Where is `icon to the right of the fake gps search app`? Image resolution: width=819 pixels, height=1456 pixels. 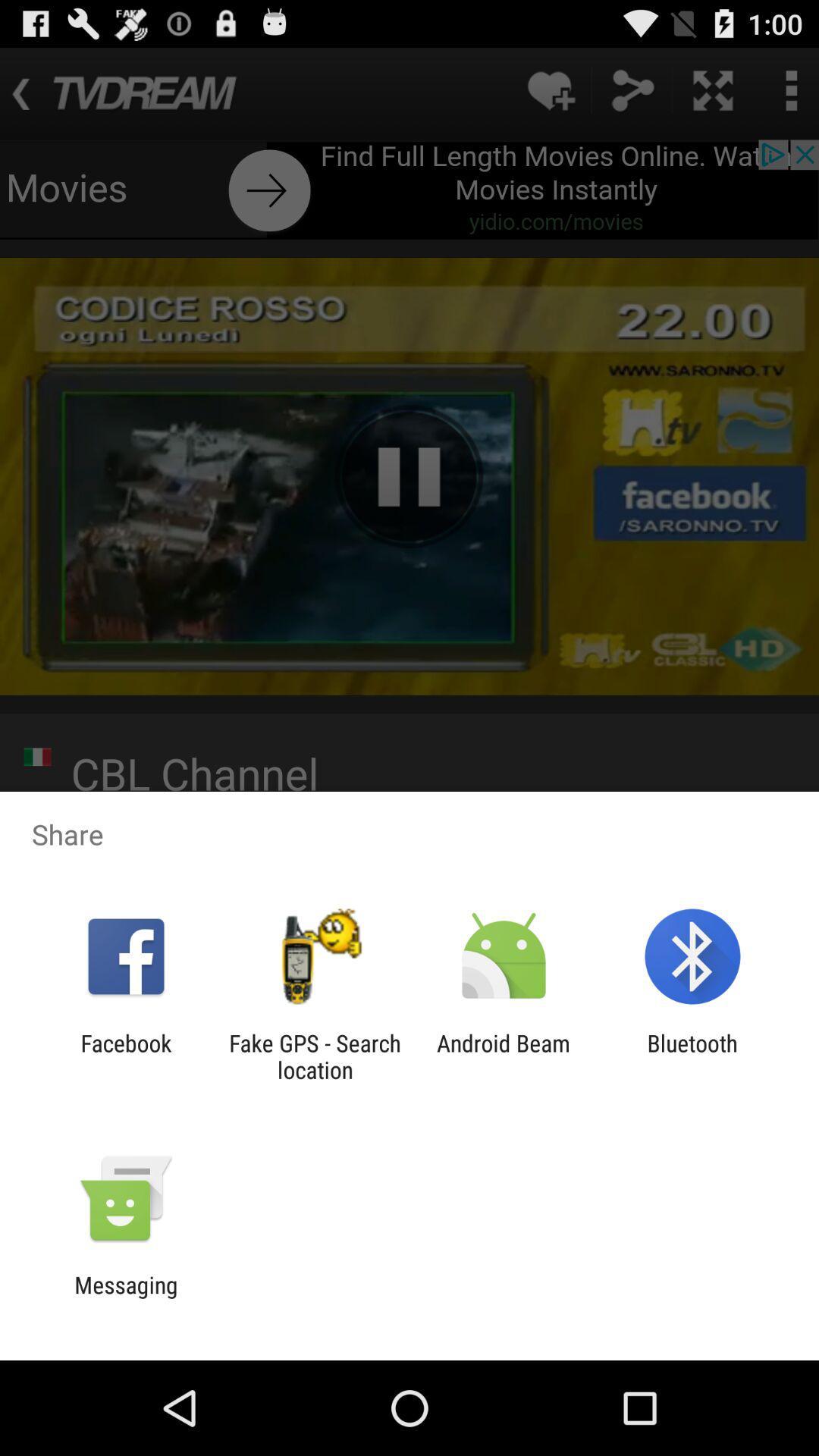
icon to the right of the fake gps search app is located at coordinates (504, 1056).